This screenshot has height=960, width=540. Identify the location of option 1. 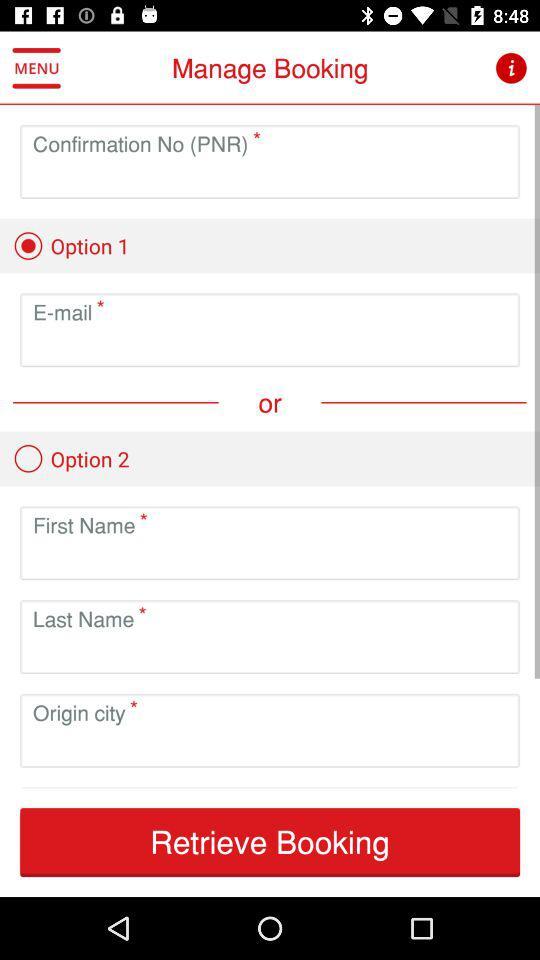
(70, 245).